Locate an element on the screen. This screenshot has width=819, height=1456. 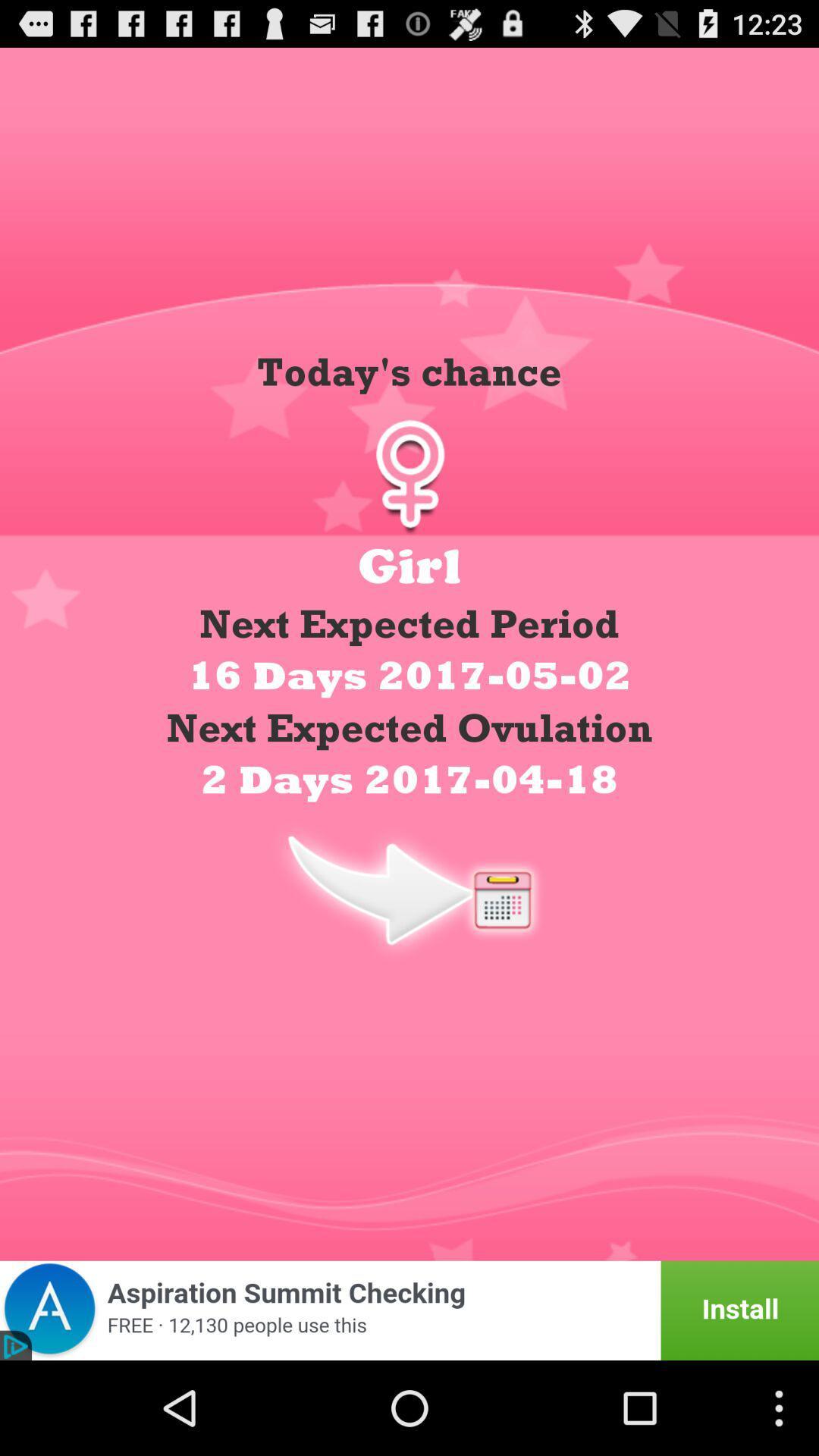
advertisement is located at coordinates (409, 1310).